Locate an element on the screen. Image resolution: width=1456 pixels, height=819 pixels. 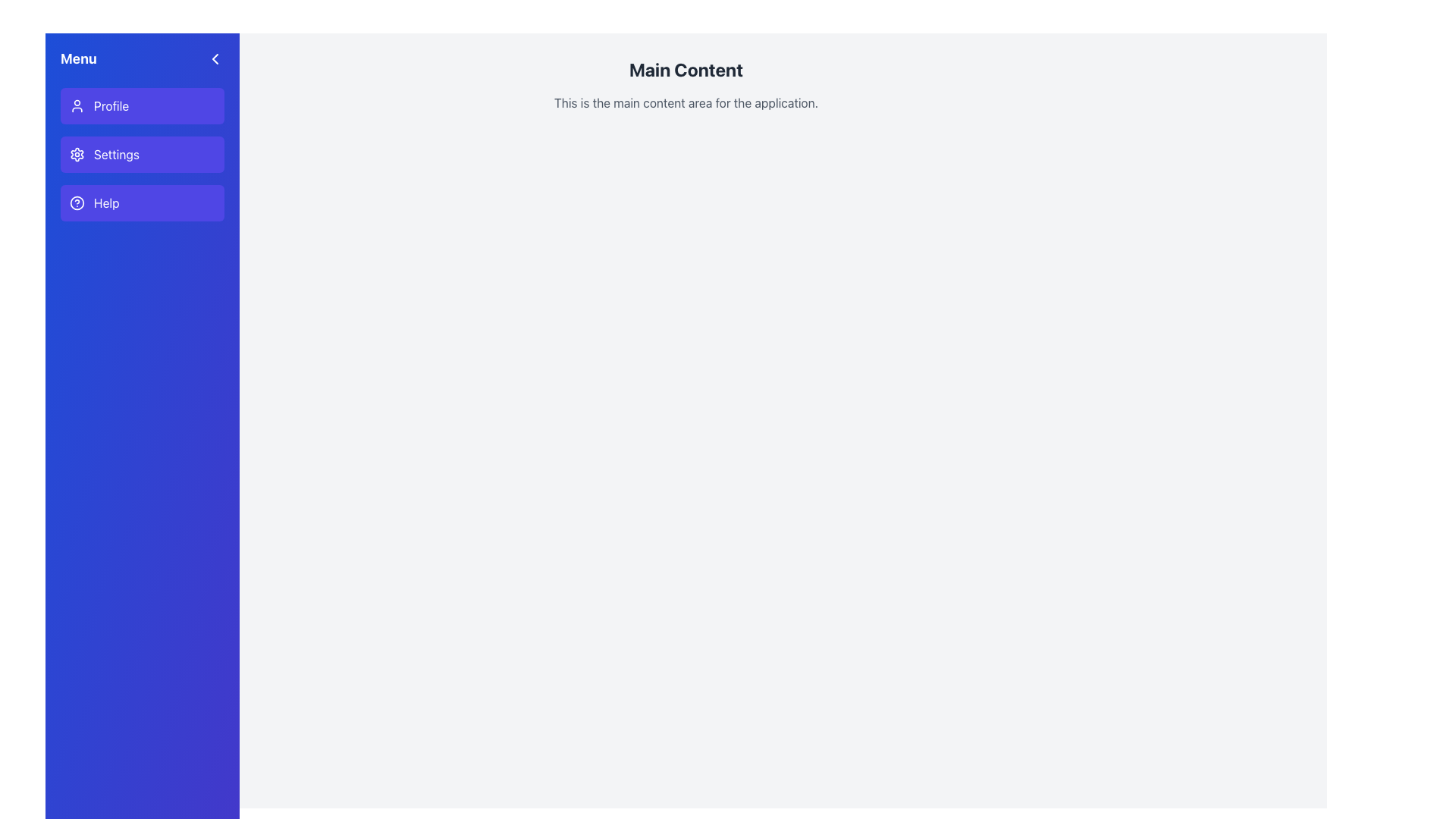
the settings icon, which is a cogwheel design located on the left navigation panel adjacent to the 'Settings' text is located at coordinates (76, 155).